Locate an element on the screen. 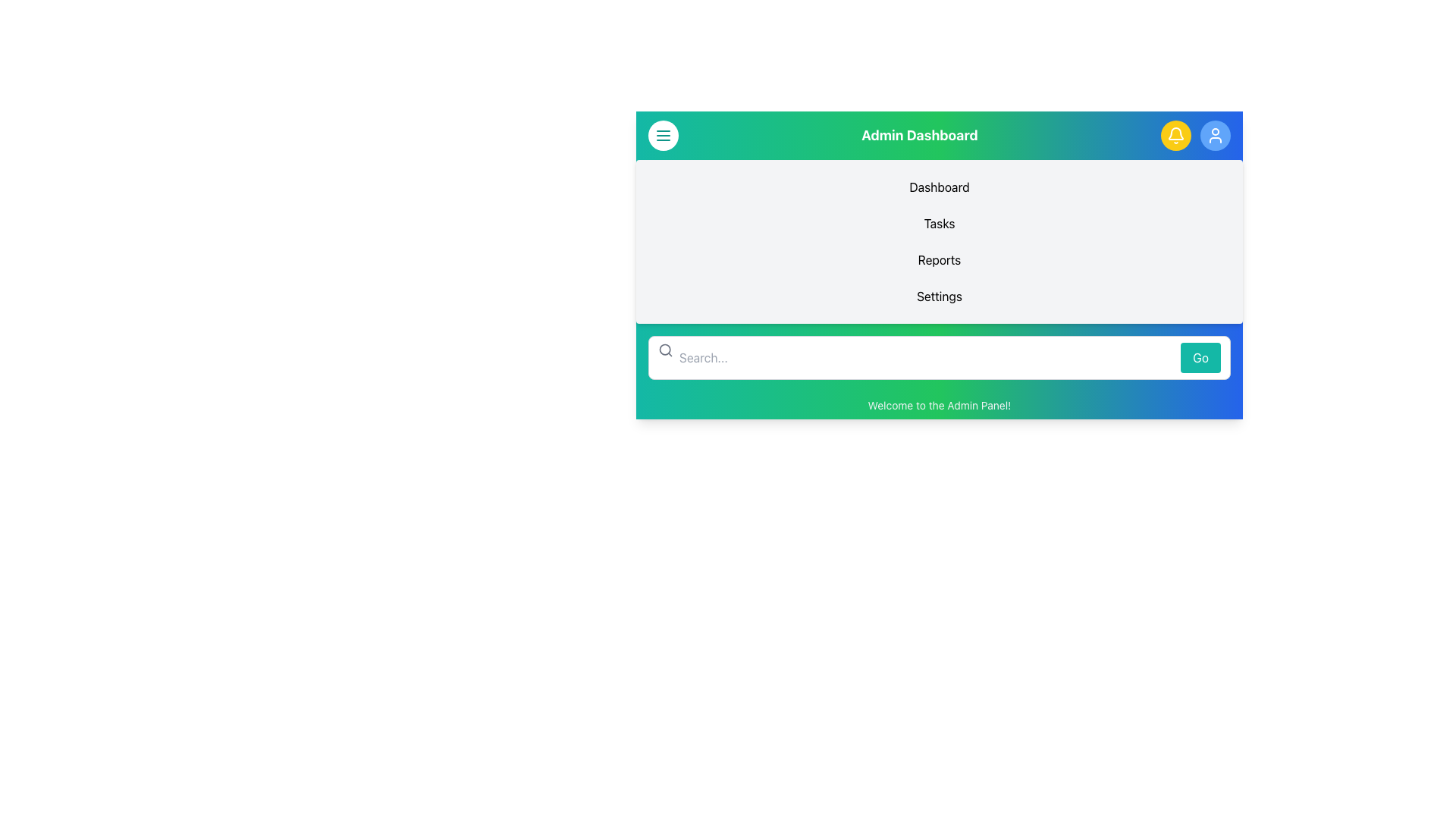  the third navigation item labeled 'Reports' in the Admin Dashboard menu is located at coordinates (938, 259).